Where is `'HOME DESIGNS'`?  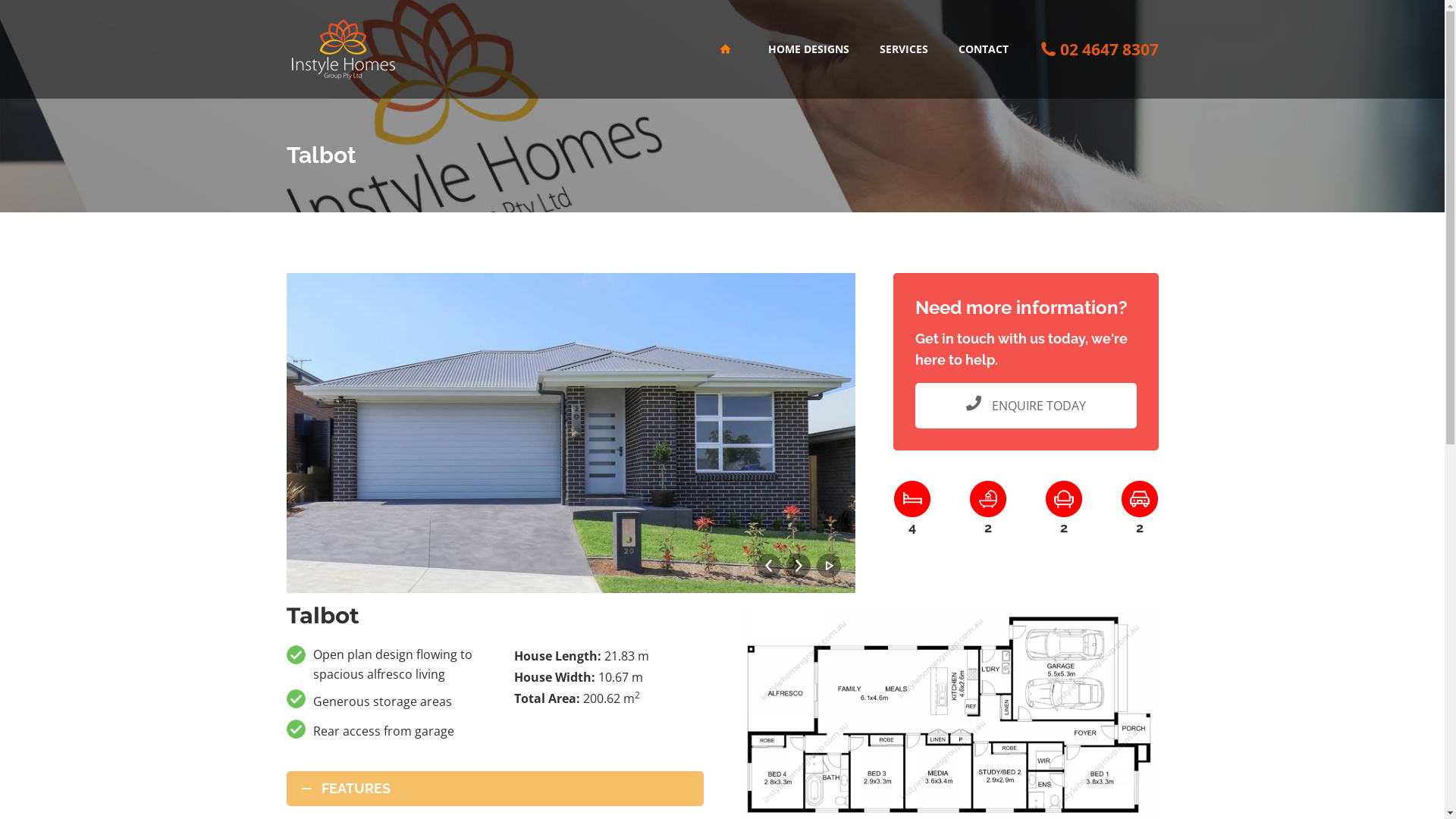
'HOME DESIGNS' is located at coordinates (757, 49).